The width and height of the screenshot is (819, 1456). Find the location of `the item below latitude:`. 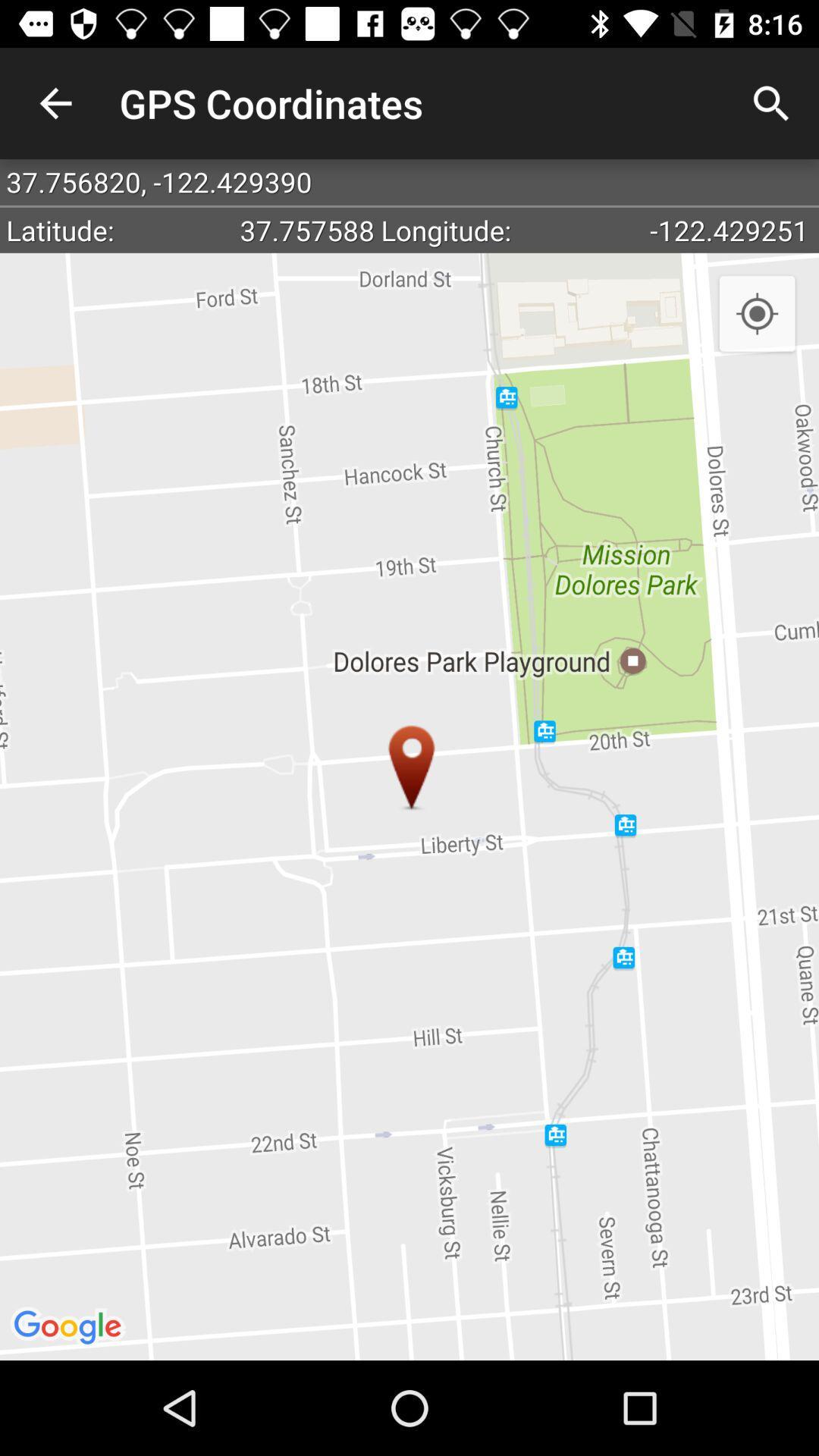

the item below latitude: is located at coordinates (409, 805).